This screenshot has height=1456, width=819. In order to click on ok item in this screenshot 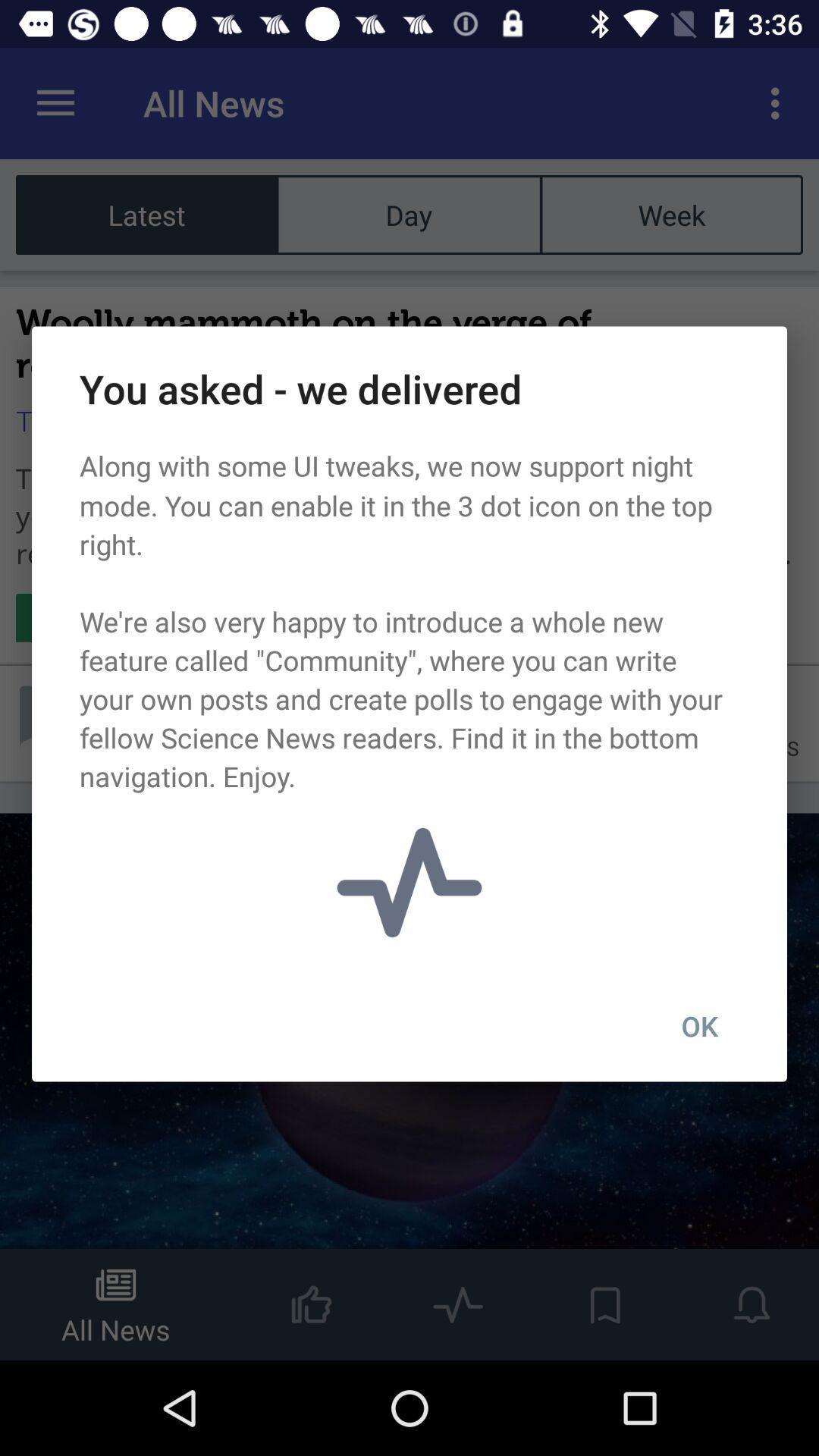, I will do `click(699, 1026)`.